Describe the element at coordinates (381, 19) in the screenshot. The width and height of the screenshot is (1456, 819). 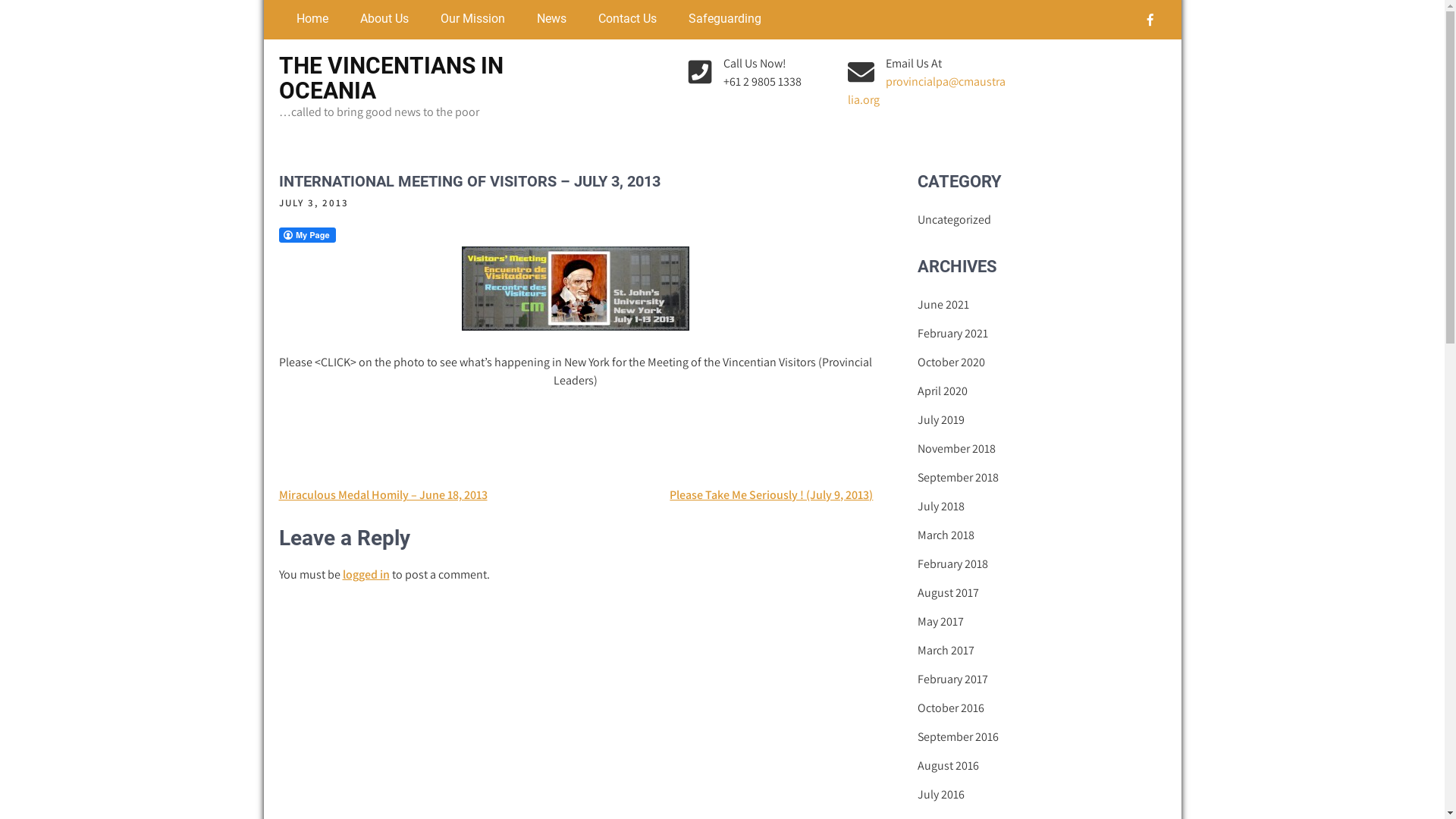
I see `'About Us'` at that location.